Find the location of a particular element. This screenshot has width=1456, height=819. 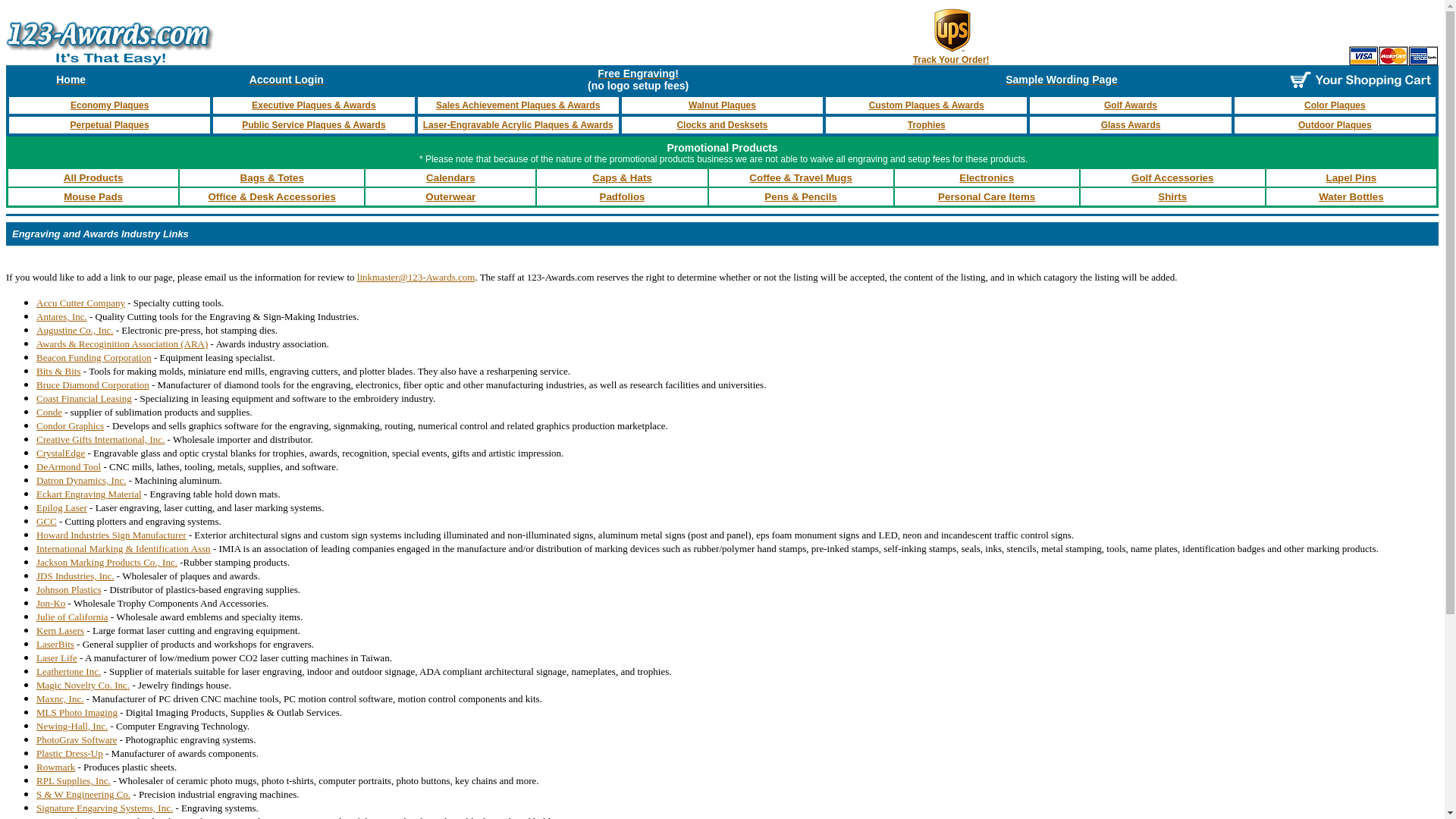

'Plastic Dress-Up' is located at coordinates (68, 753).